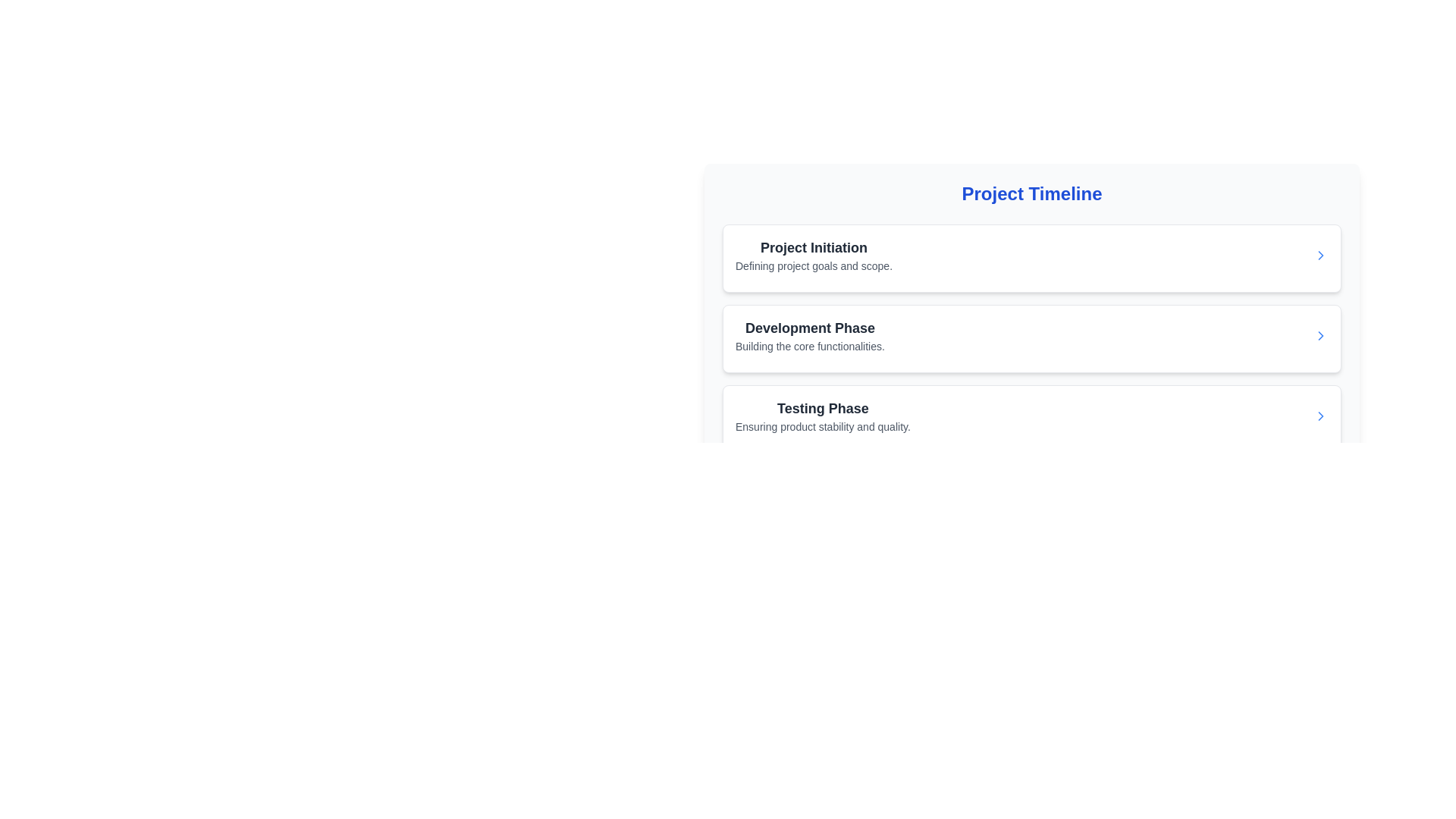 This screenshot has width=1456, height=819. Describe the element at coordinates (822, 408) in the screenshot. I see `the section title label for the third section, which is positioned below the 'Development Phase' section and above the description text 'Ensuring product stability and quality'` at that location.